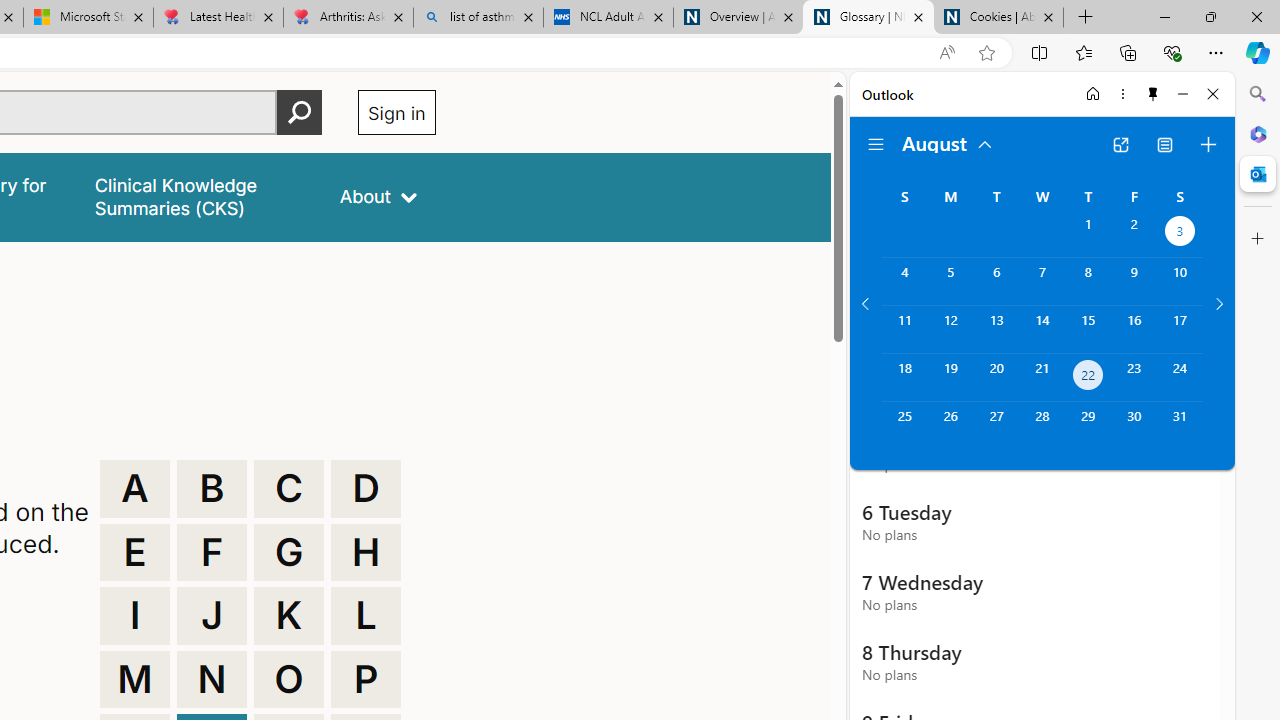 The height and width of the screenshot is (720, 1280). What do you see at coordinates (1180, 424) in the screenshot?
I see `'Saturday, August 31, 2024. '` at bounding box center [1180, 424].